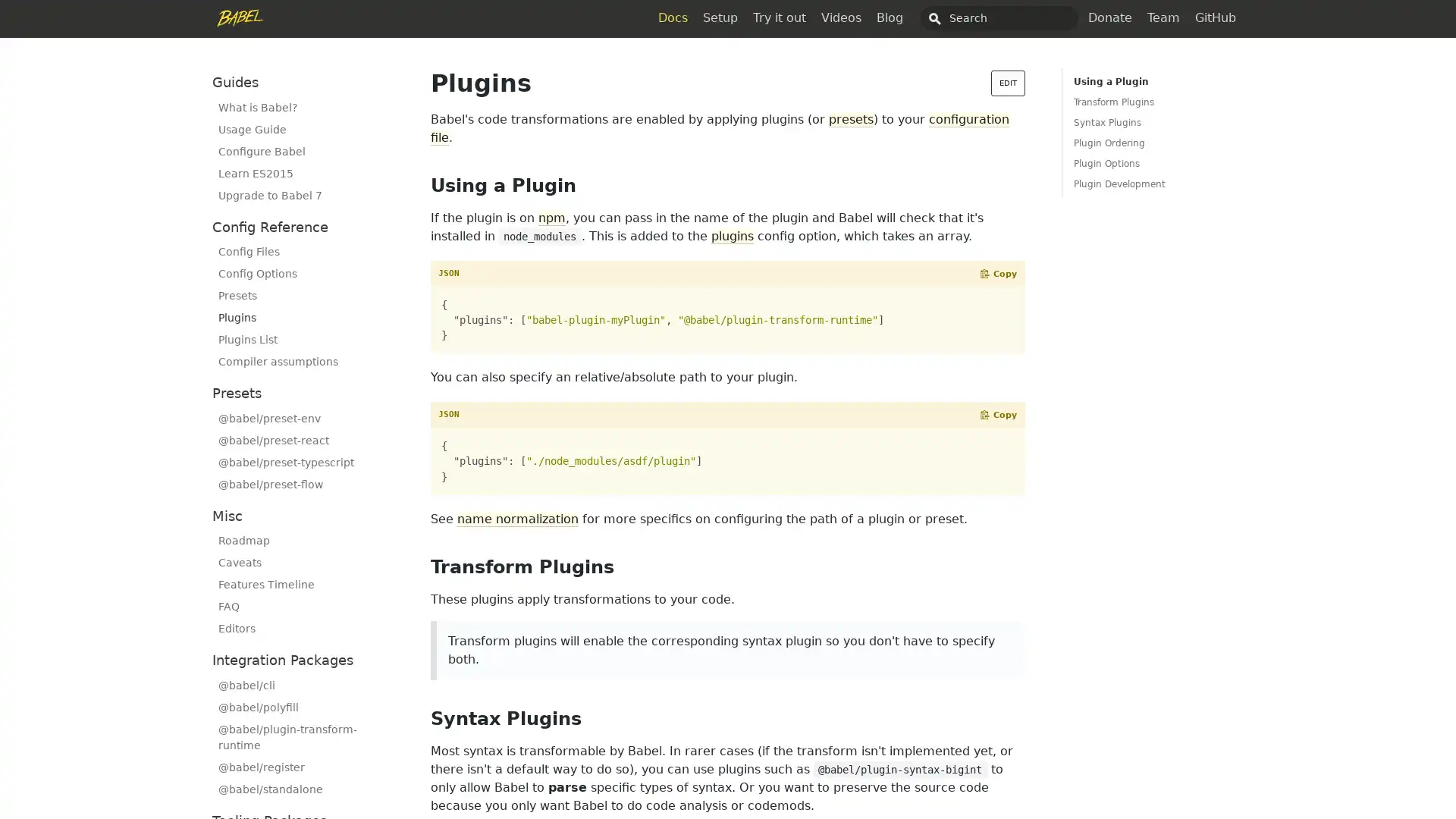 This screenshot has width=1456, height=819. Describe the element at coordinates (998, 415) in the screenshot. I see `Copy code to clipboard` at that location.